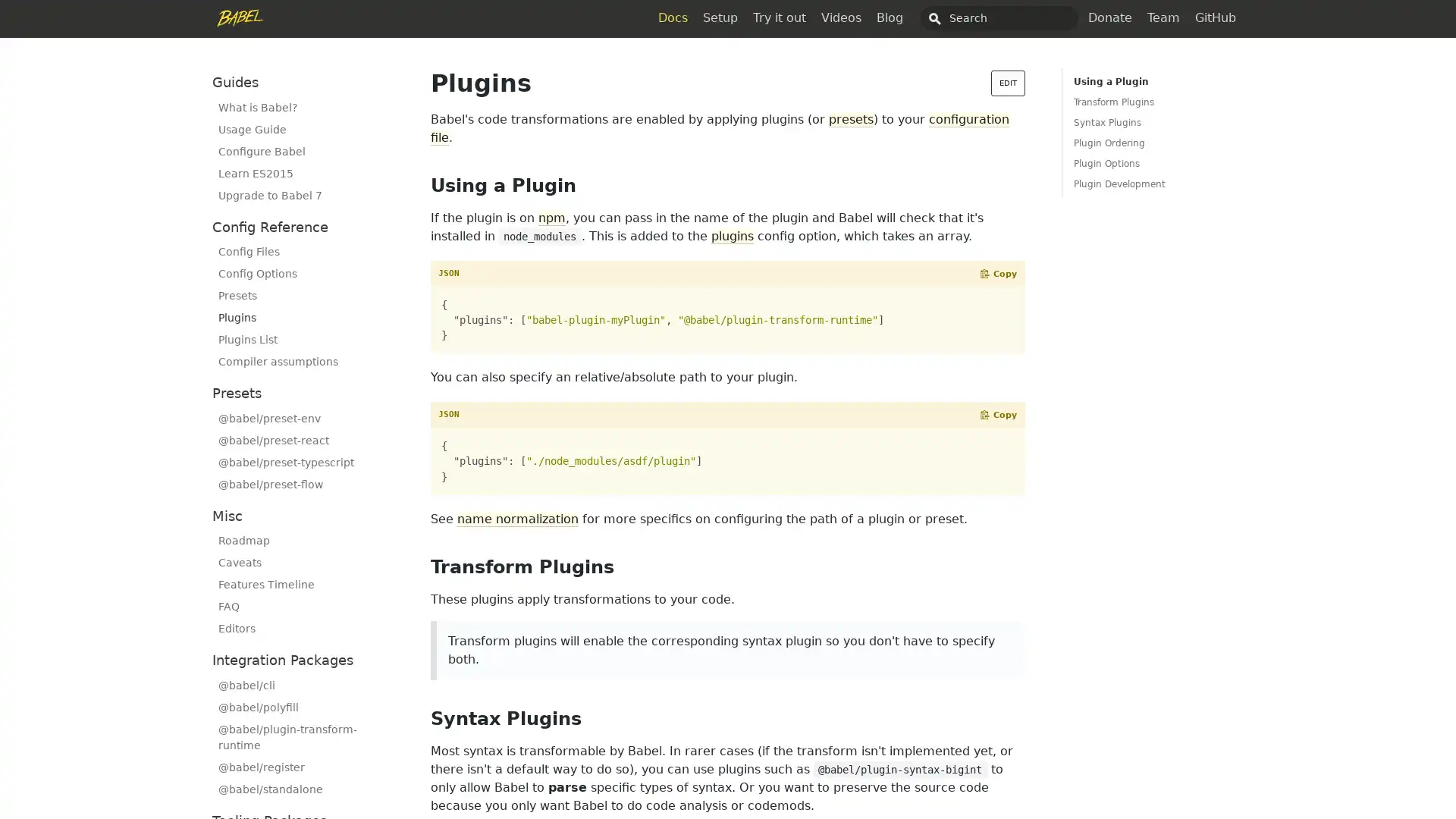 This screenshot has width=1456, height=819. Describe the element at coordinates (998, 415) in the screenshot. I see `Copy code to clipboard` at that location.